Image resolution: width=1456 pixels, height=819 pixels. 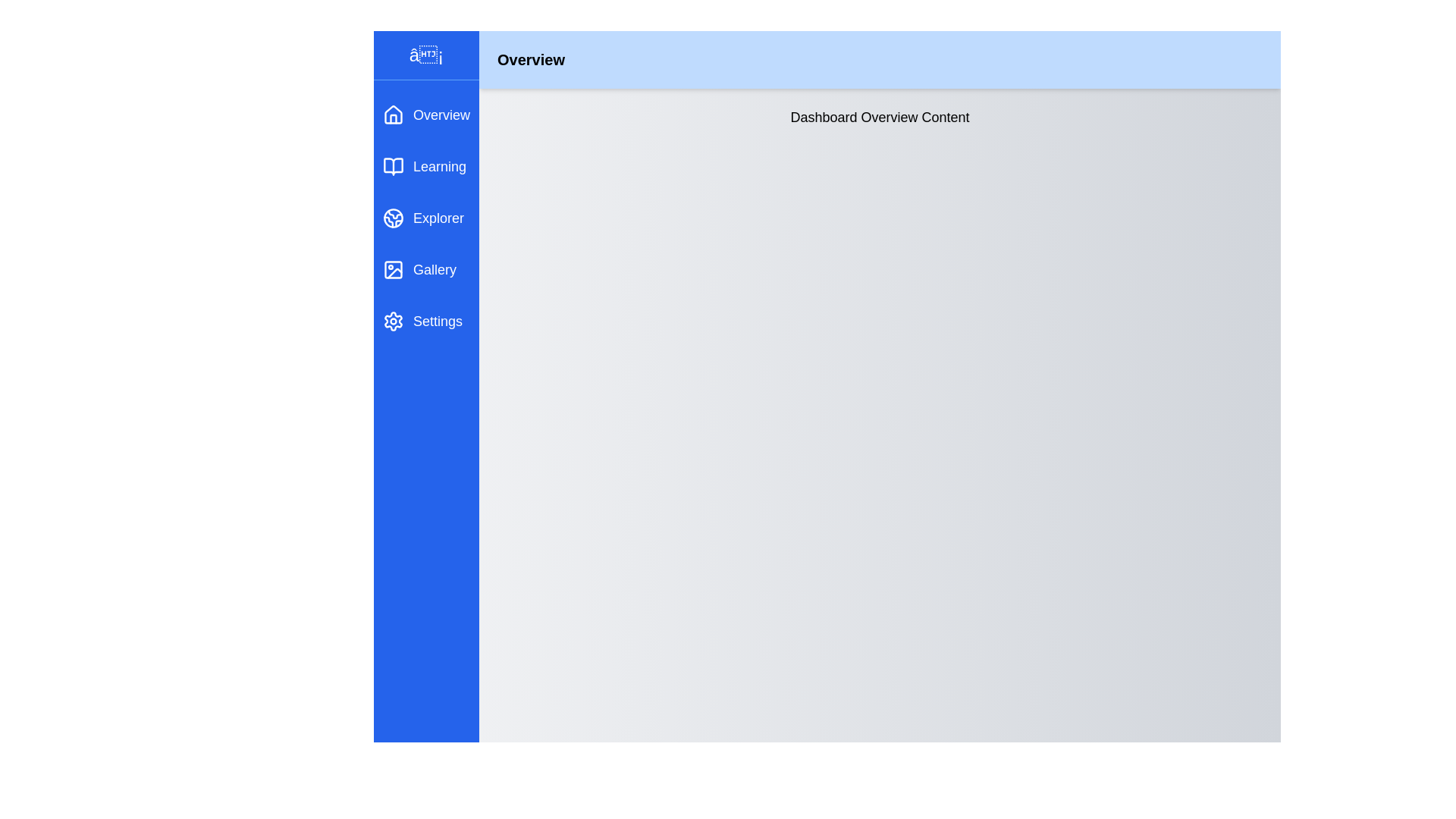 What do you see at coordinates (434, 268) in the screenshot?
I see `the 'Gallery' text label in the vertical navigation menu on the left sidebar` at bounding box center [434, 268].